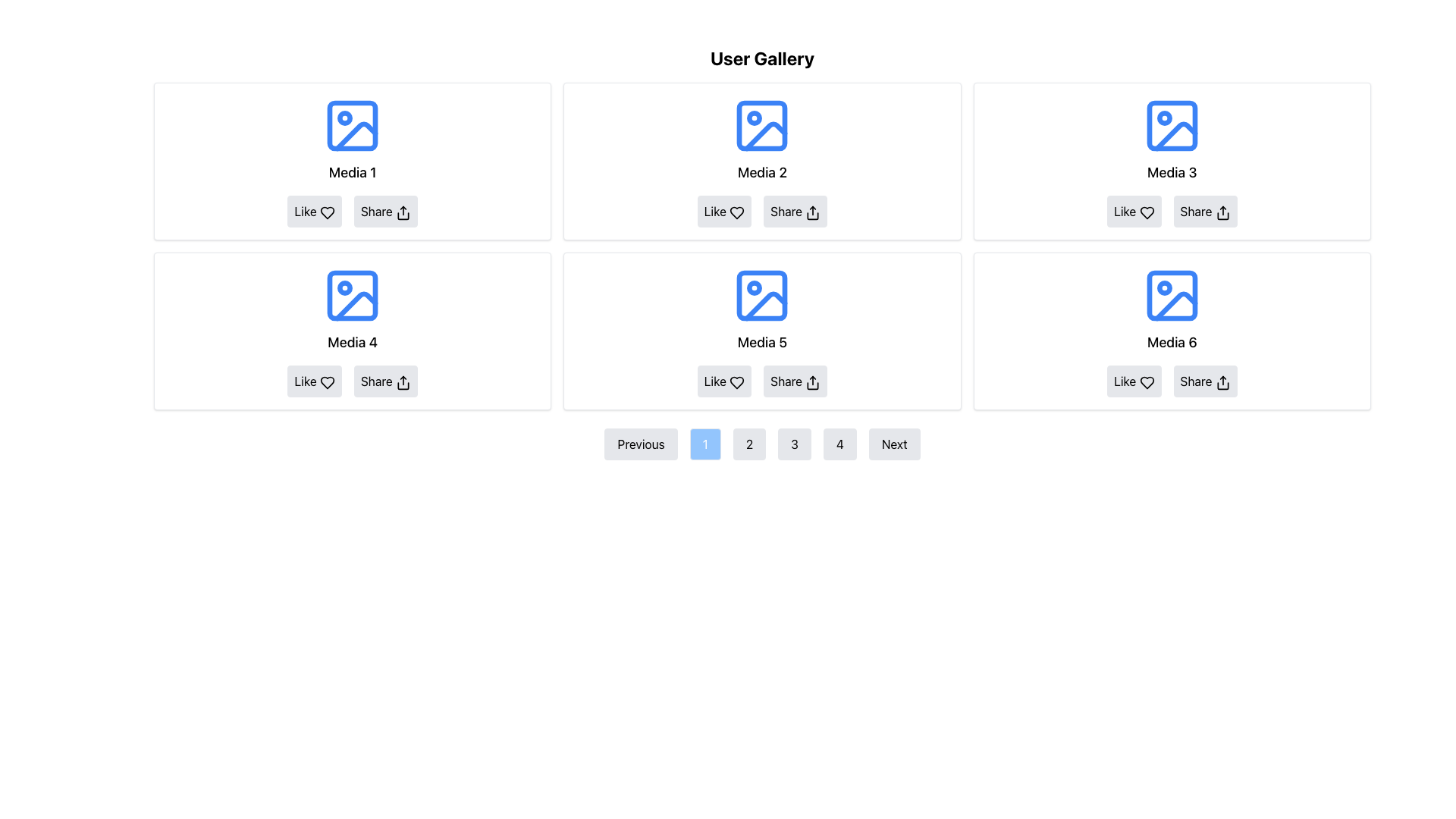 The image size is (1456, 819). What do you see at coordinates (794, 444) in the screenshot?
I see `the pagination control button that navigates to the third page, located between the buttons labeled '2' and '4'` at bounding box center [794, 444].